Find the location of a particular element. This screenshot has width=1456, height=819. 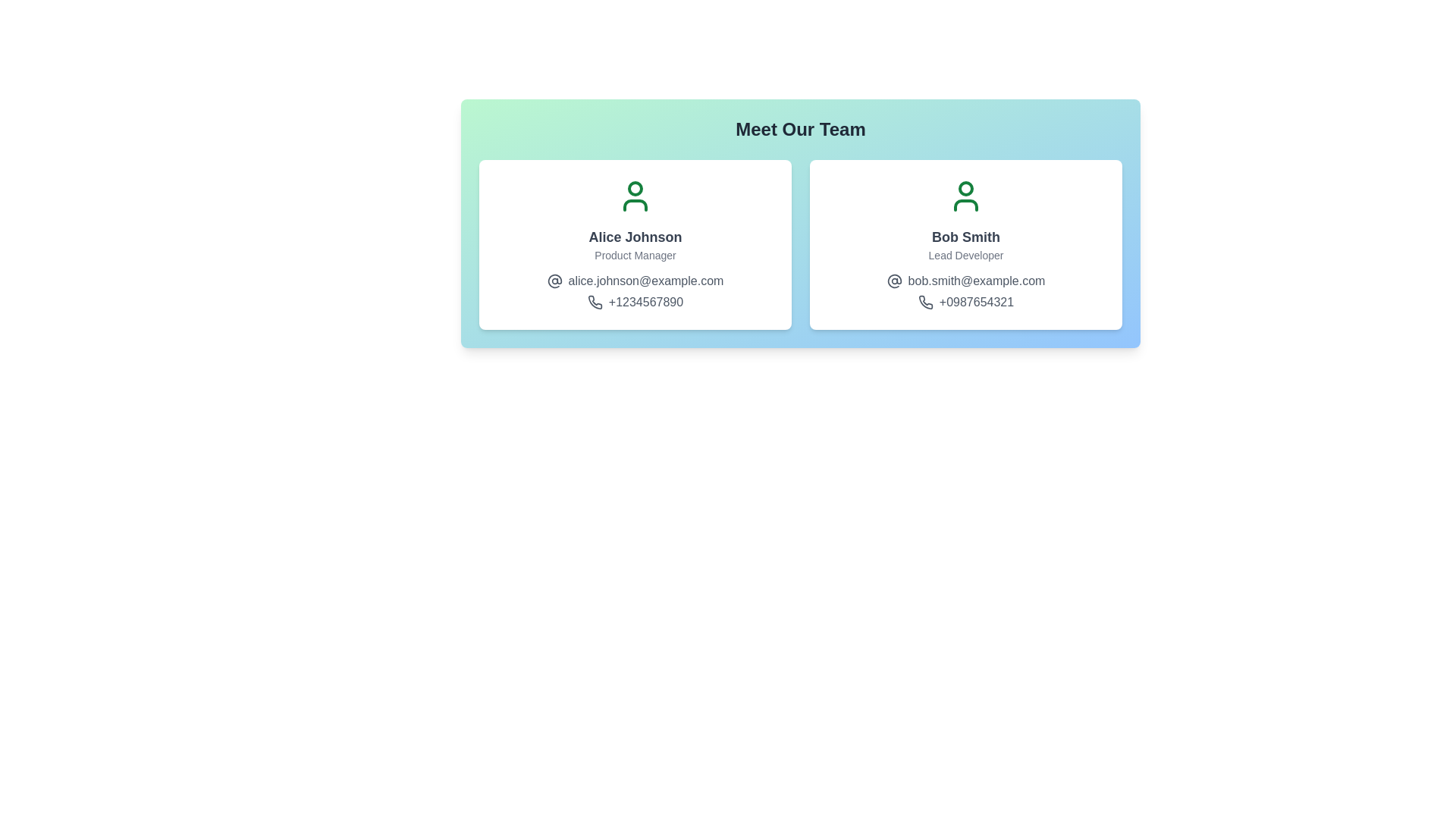

the SVG icon representing the profile of Bob Smith, which is centrally located at the top of his profile card is located at coordinates (965, 195).